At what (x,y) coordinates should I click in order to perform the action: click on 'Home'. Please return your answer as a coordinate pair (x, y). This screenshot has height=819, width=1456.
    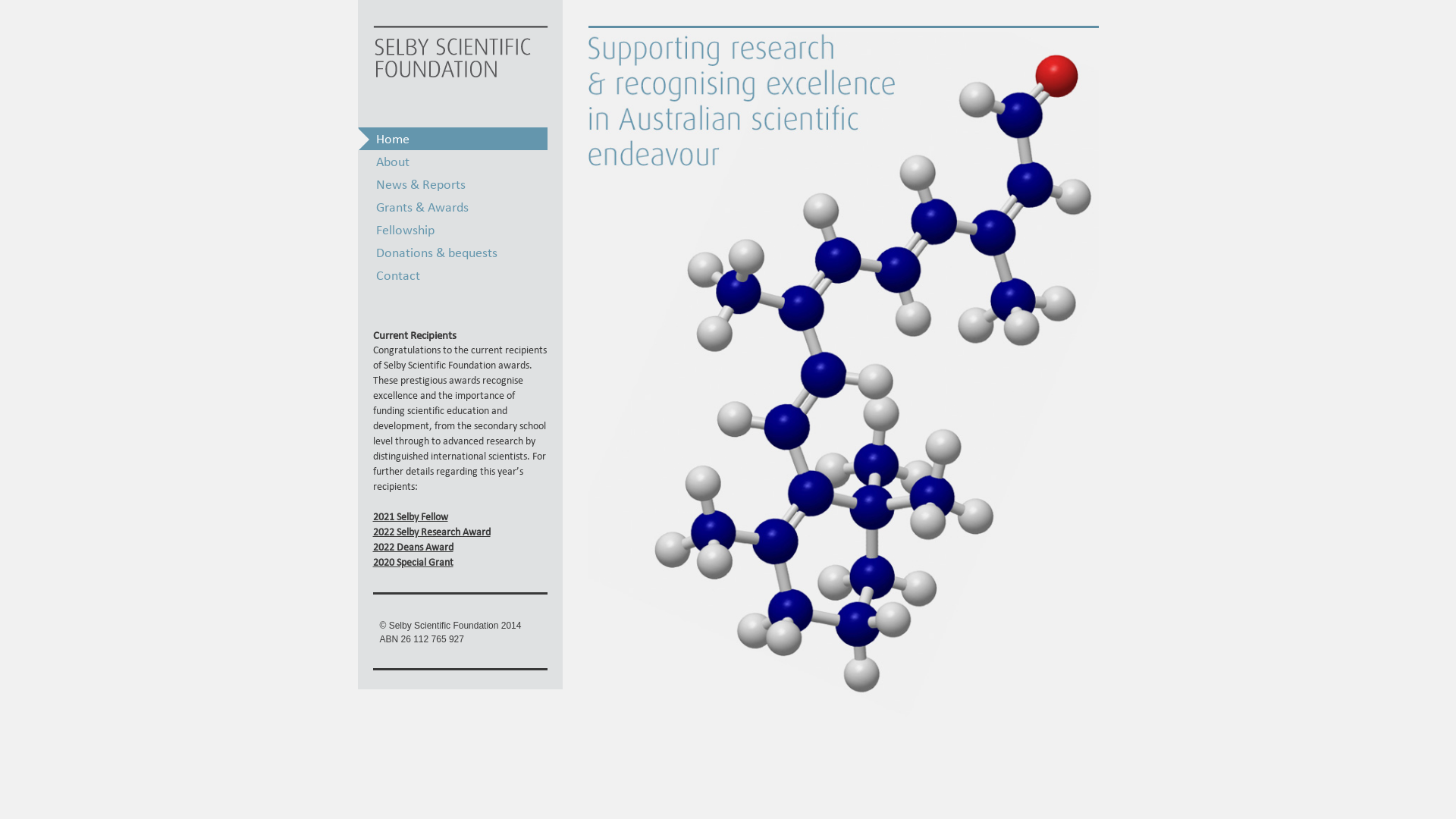
    Looking at the image, I should click on (451, 138).